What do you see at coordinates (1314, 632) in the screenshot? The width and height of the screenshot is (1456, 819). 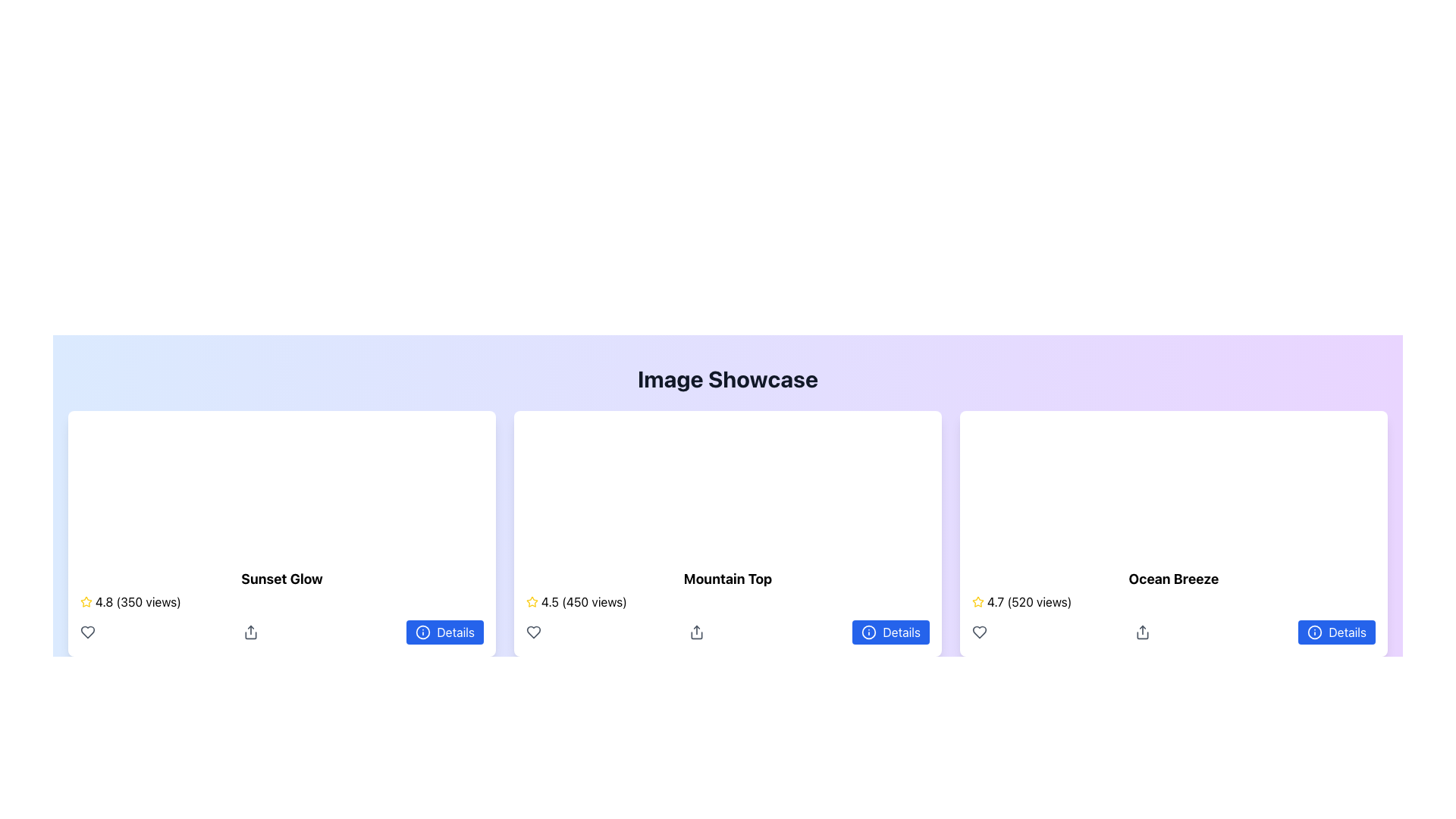 I see `the small circle within the blue circular info icon next to the 'Details' button on the card labeled 'Ocean Breeze'` at bounding box center [1314, 632].